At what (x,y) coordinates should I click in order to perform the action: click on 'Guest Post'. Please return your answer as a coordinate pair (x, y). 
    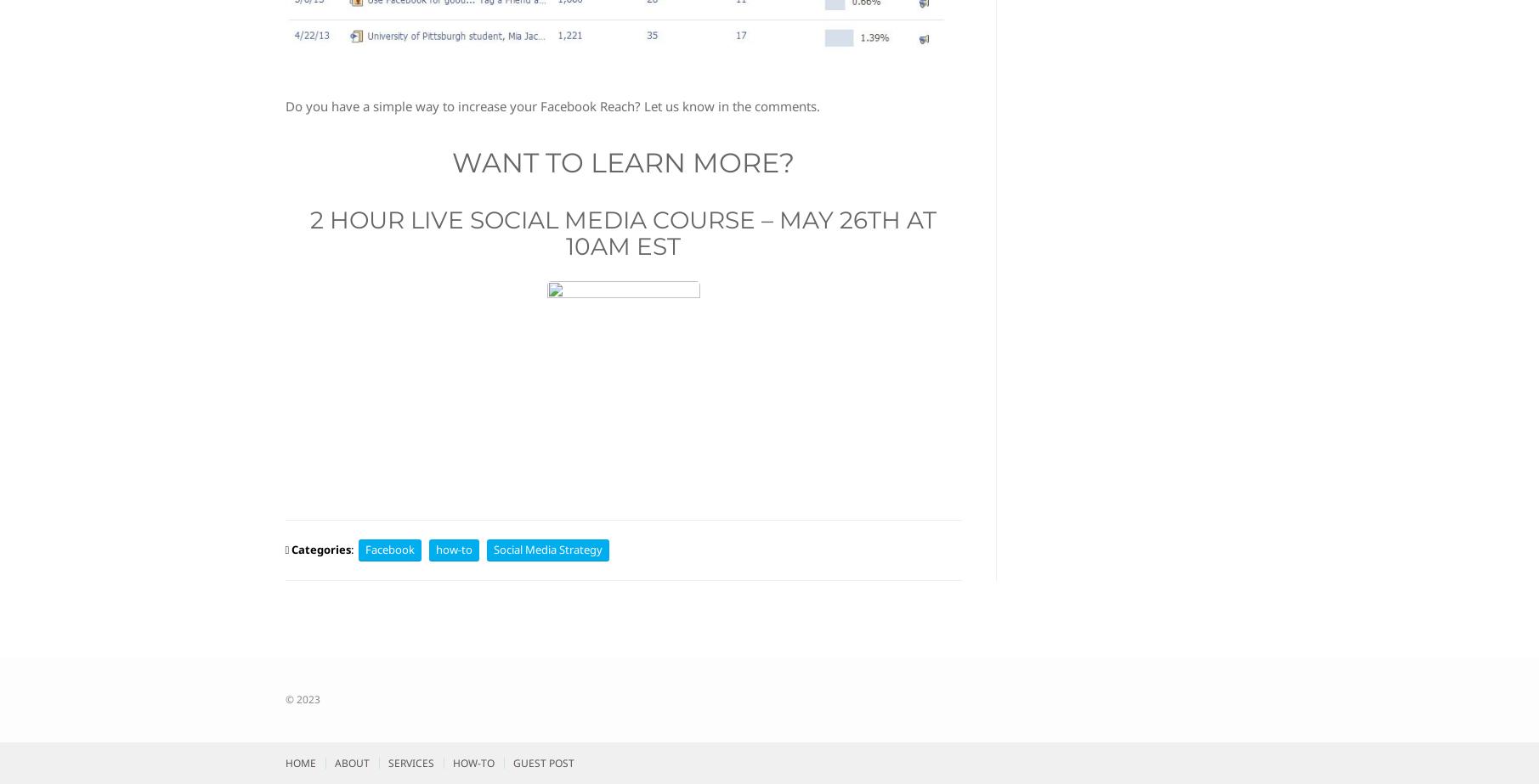
    Looking at the image, I should click on (542, 762).